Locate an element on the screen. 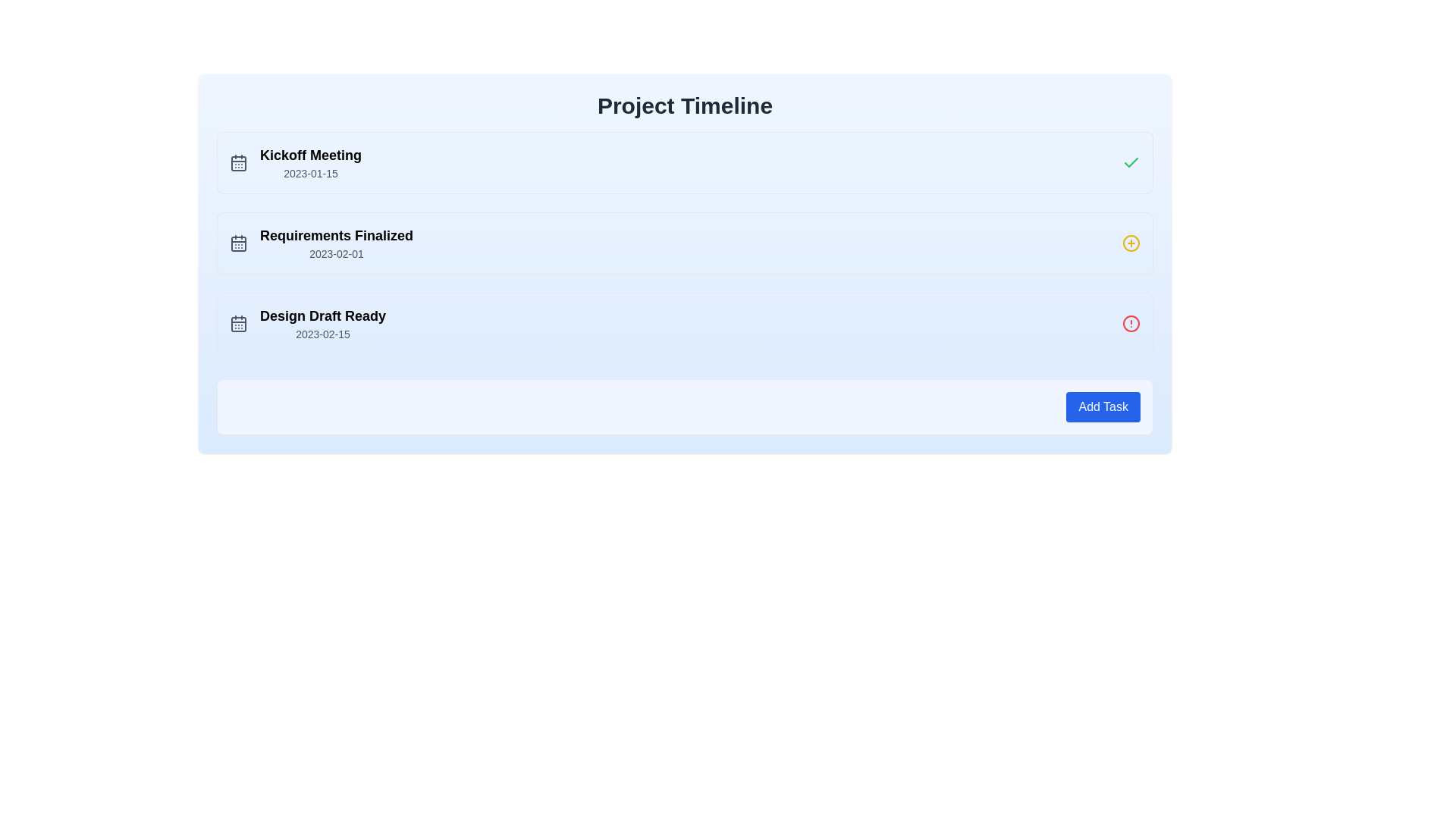  the SVG rectangle element that represents an internal part of the calendar icon located to the left of the text 'Requirements Finalized' in the timeline list is located at coordinates (238, 243).